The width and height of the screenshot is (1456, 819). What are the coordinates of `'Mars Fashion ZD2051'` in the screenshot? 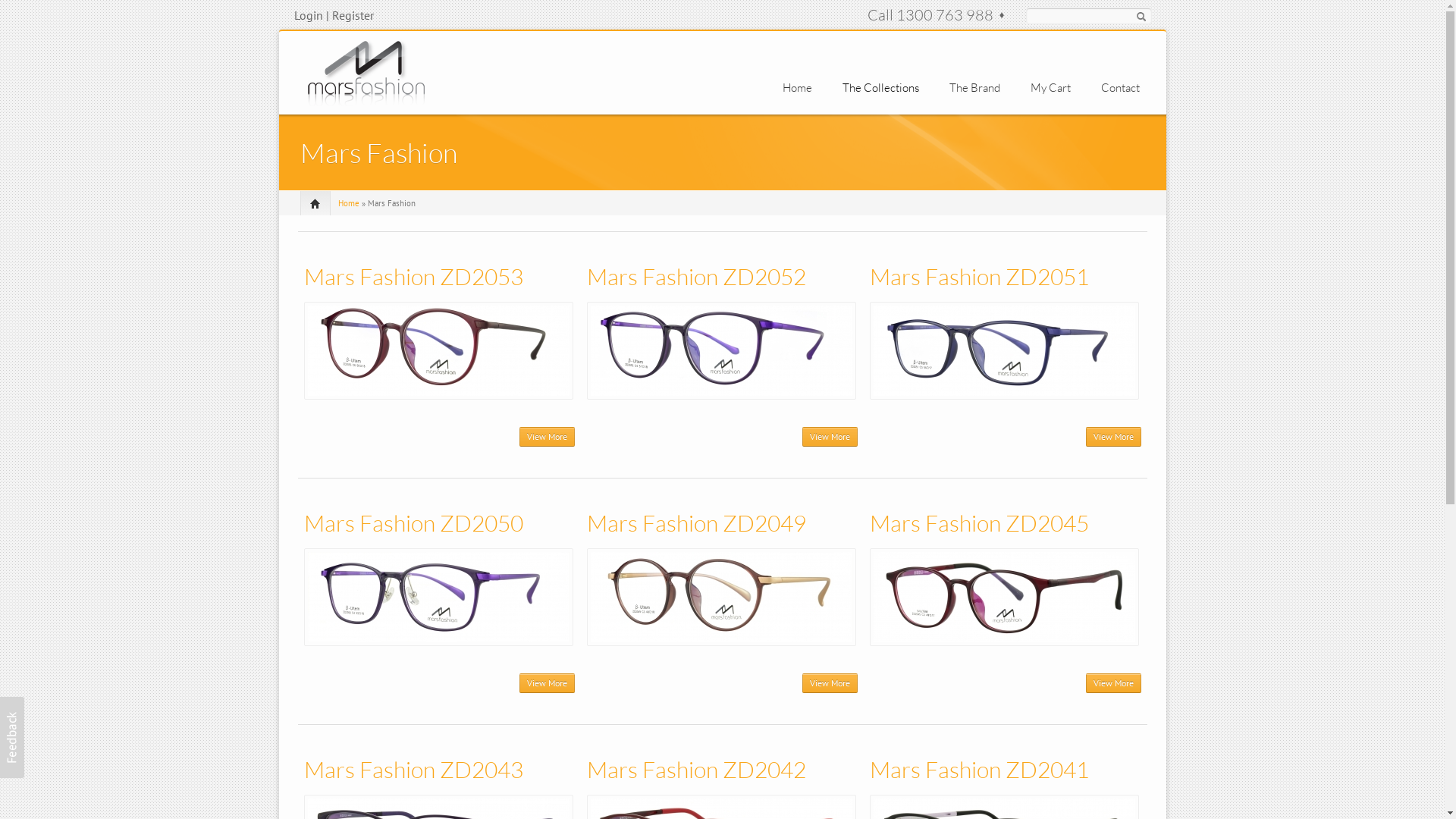 It's located at (979, 276).